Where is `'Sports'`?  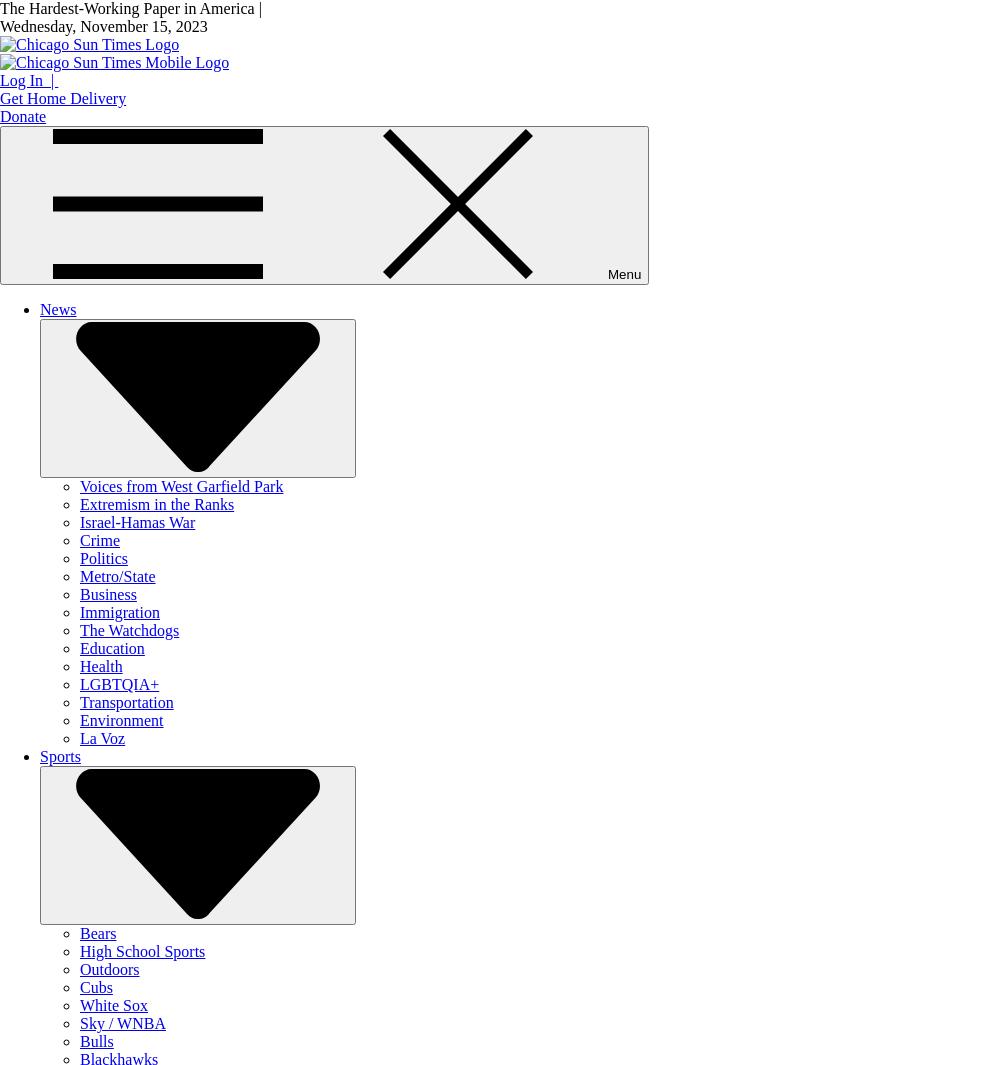 'Sports' is located at coordinates (60, 756).